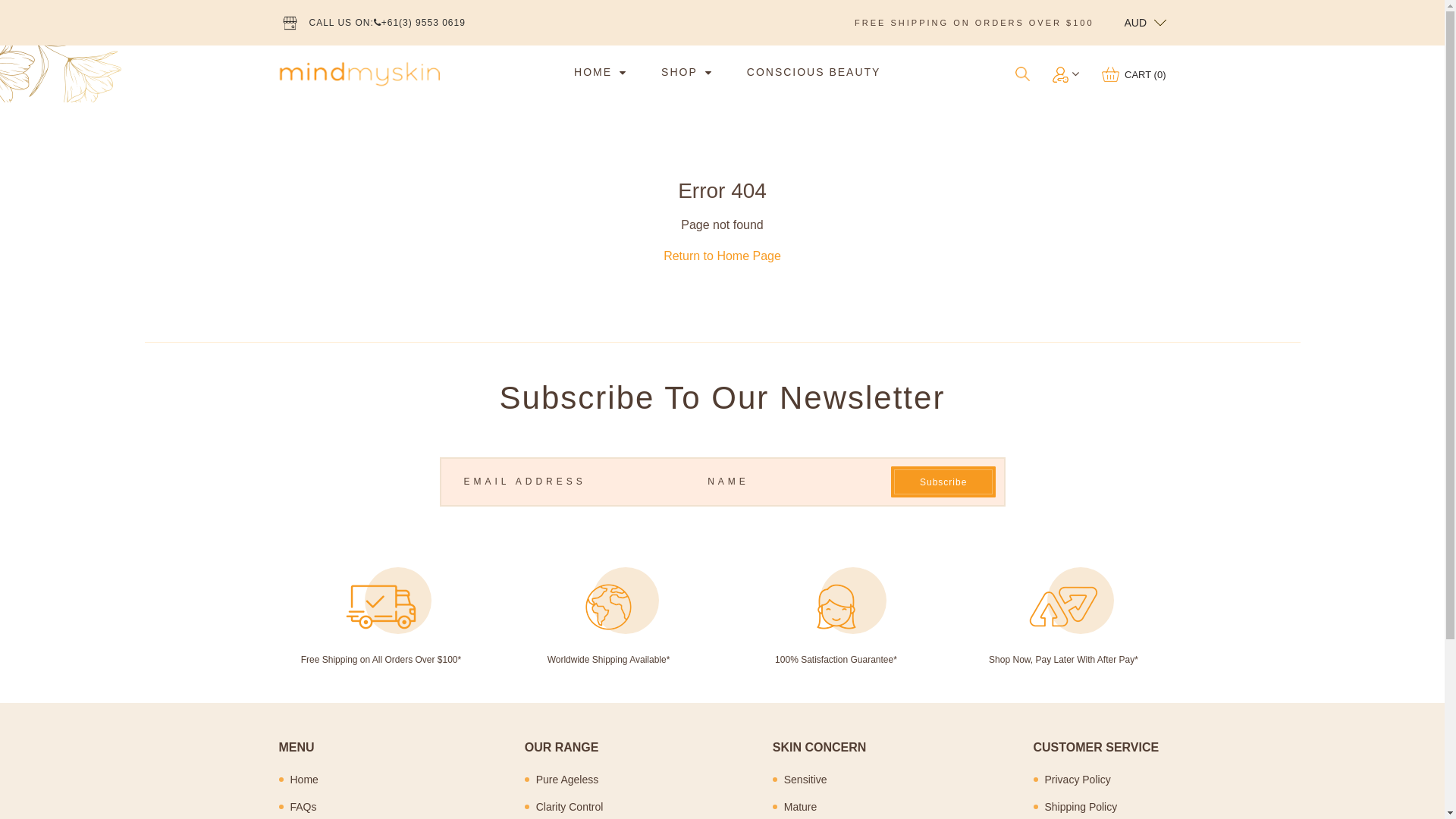 This screenshot has height=819, width=1456. Describe the element at coordinates (592, 71) in the screenshot. I see `'HOME'` at that location.